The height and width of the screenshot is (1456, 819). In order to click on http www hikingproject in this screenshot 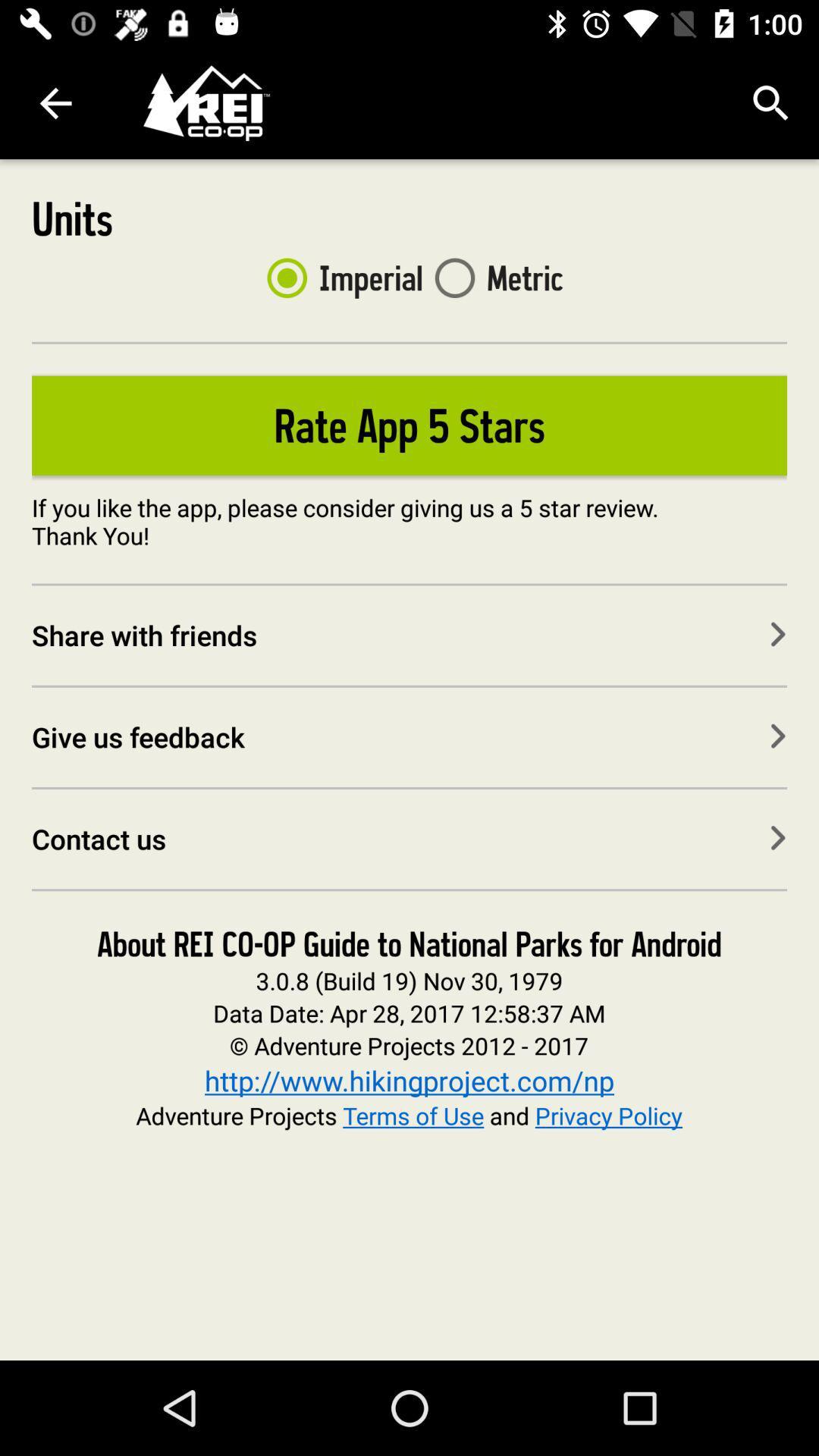, I will do `click(409, 1080)`.